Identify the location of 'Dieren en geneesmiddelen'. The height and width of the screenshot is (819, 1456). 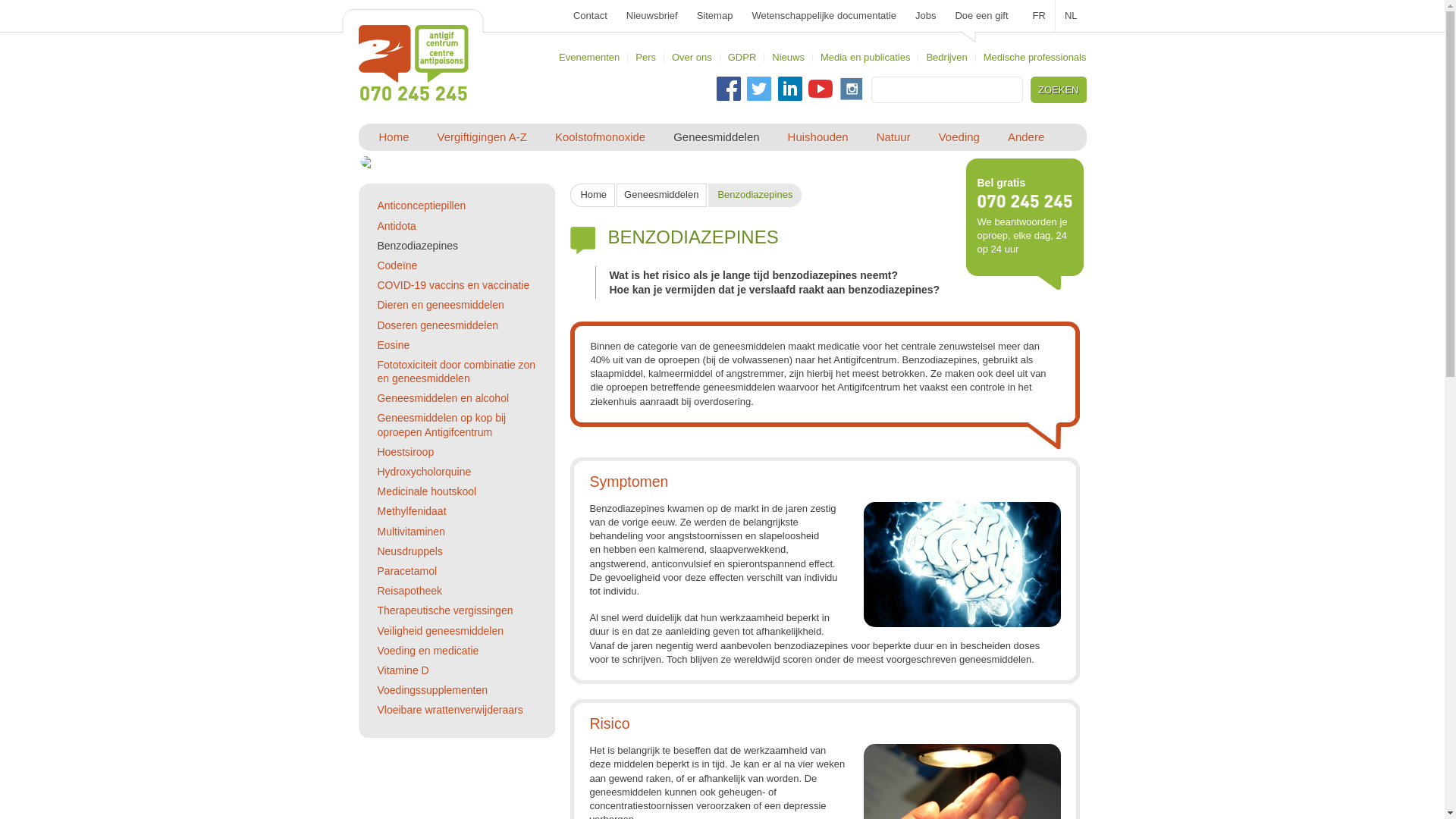
(377, 304).